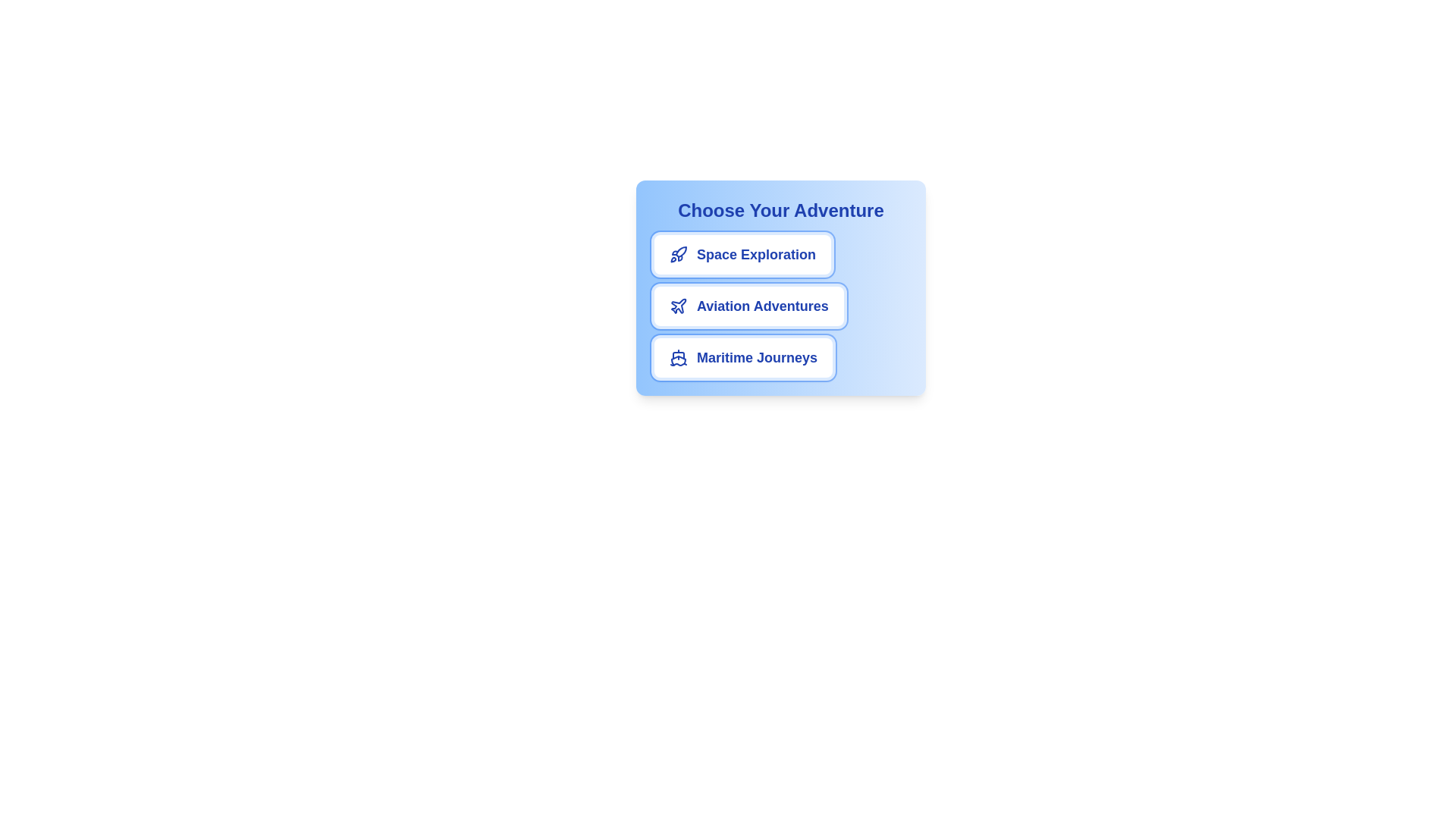 The height and width of the screenshot is (819, 1456). What do you see at coordinates (677, 306) in the screenshot?
I see `the icon for the chip labeled Aviation Adventures` at bounding box center [677, 306].